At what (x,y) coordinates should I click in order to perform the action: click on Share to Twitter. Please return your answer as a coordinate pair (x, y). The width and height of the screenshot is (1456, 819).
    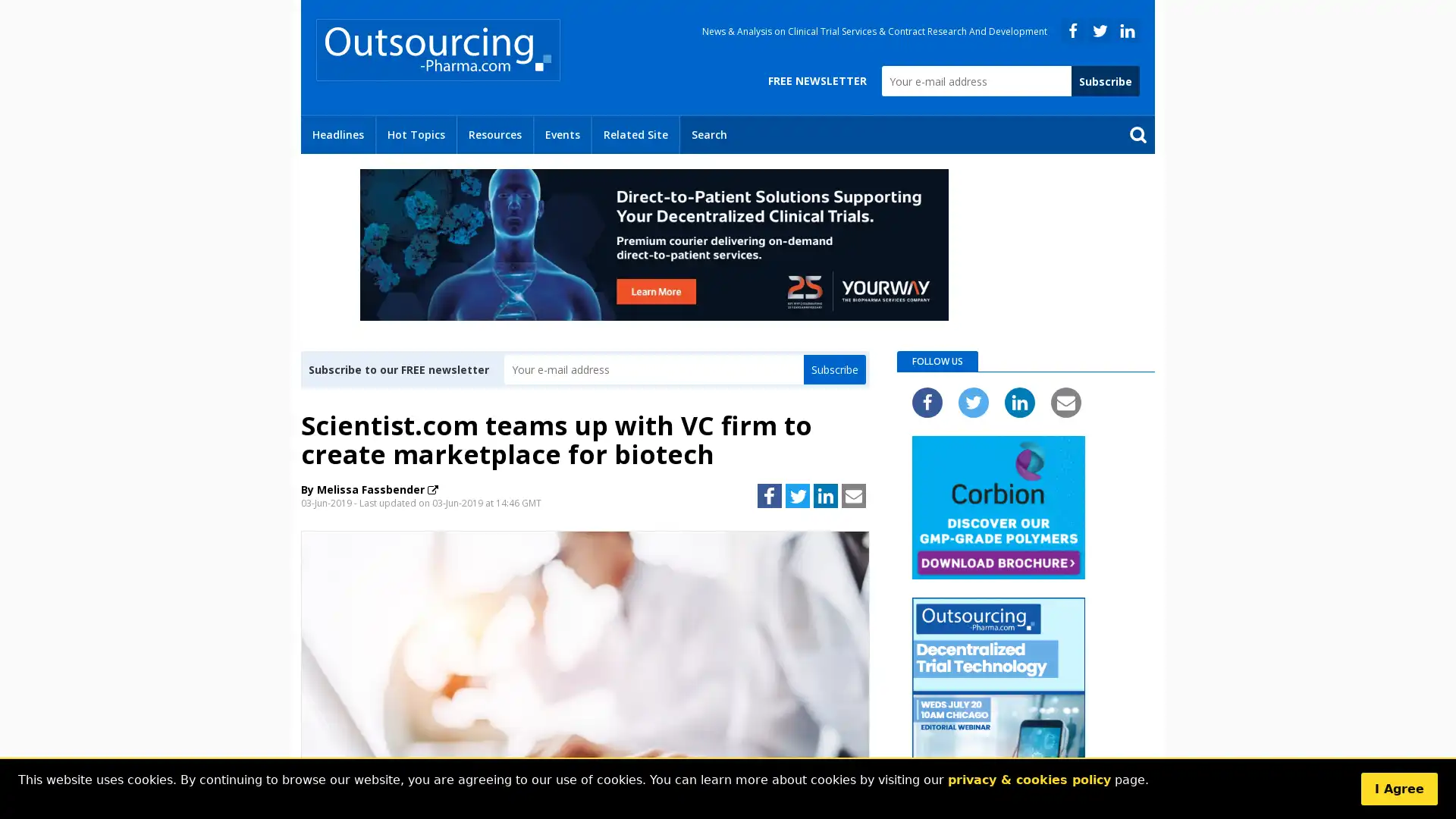
    Looking at the image, I should click on (796, 494).